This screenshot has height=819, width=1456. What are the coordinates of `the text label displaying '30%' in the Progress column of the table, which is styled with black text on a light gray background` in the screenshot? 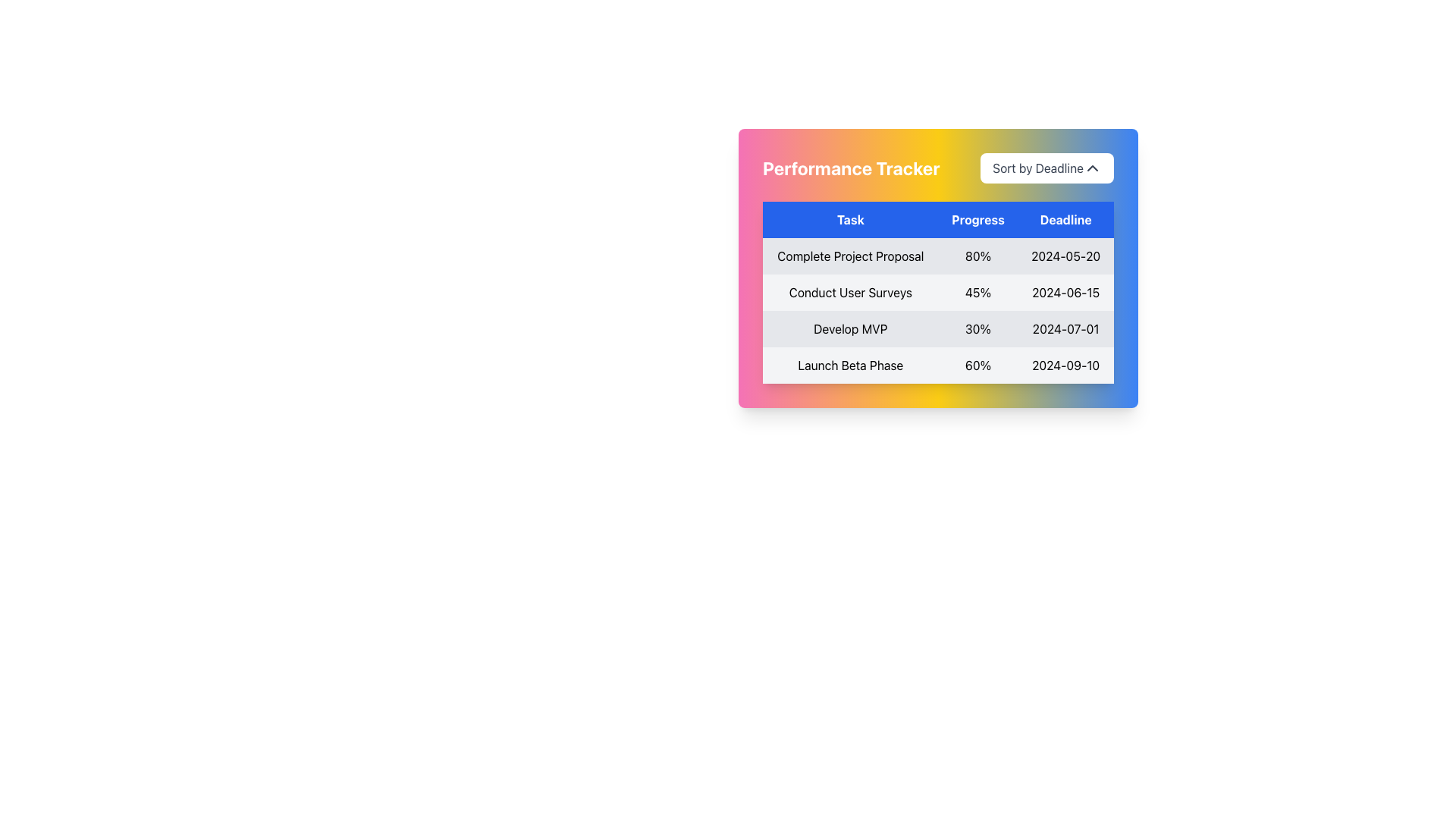 It's located at (978, 328).